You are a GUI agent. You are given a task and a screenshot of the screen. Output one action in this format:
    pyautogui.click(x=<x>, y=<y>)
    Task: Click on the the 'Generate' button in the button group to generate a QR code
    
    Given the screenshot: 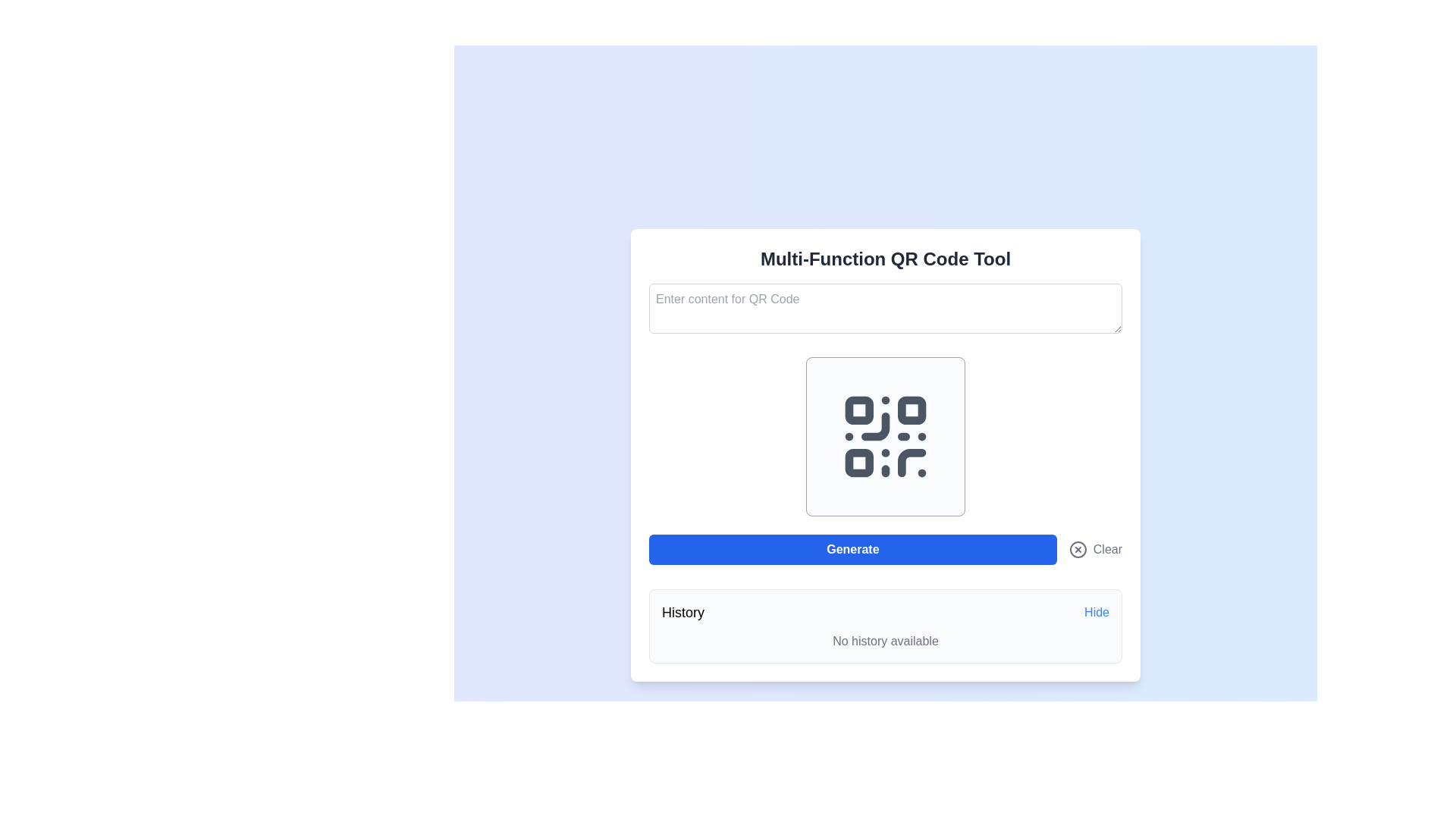 What is the action you would take?
    pyautogui.click(x=885, y=549)
    